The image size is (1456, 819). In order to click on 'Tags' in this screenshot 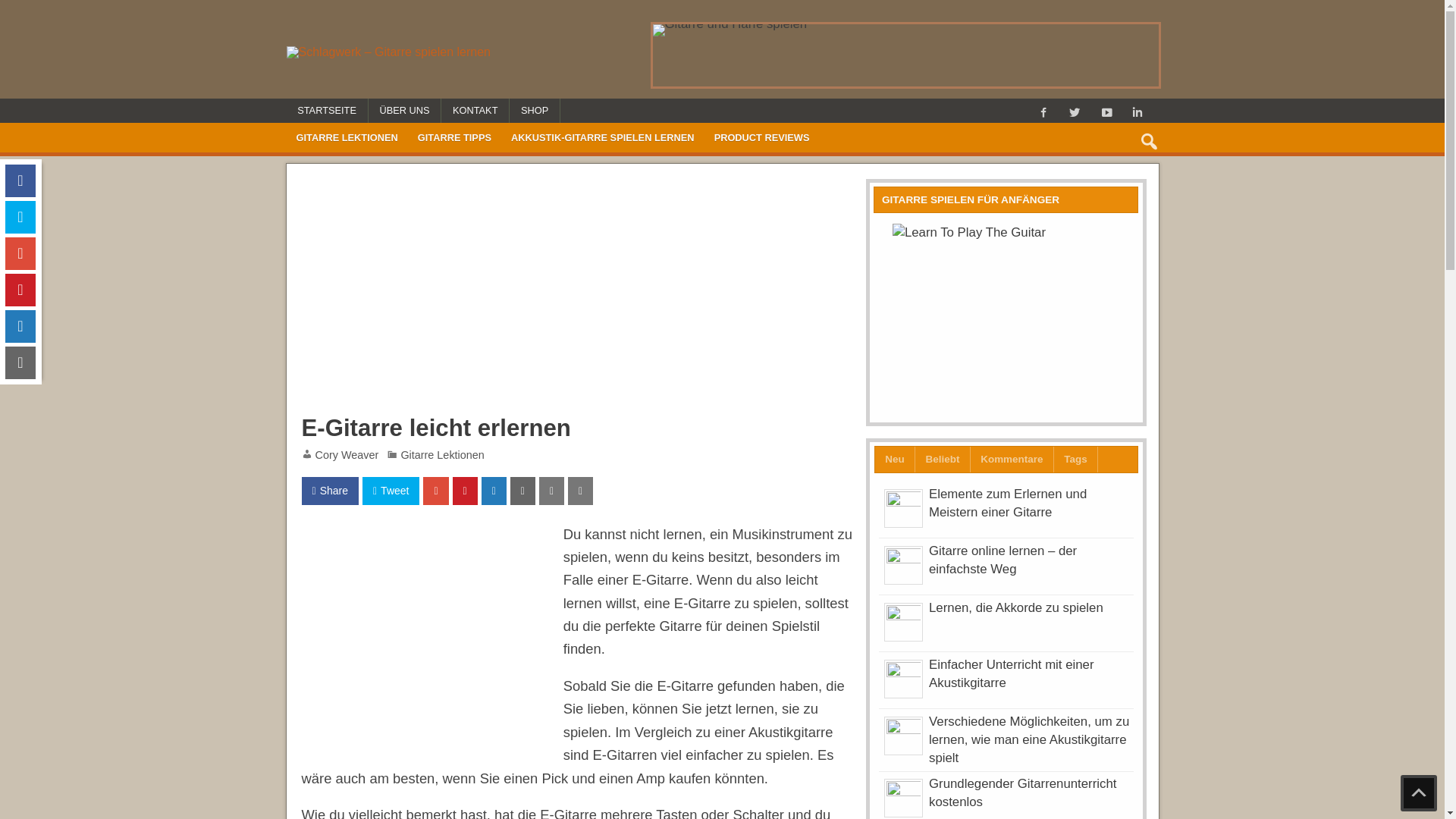, I will do `click(1075, 458)`.